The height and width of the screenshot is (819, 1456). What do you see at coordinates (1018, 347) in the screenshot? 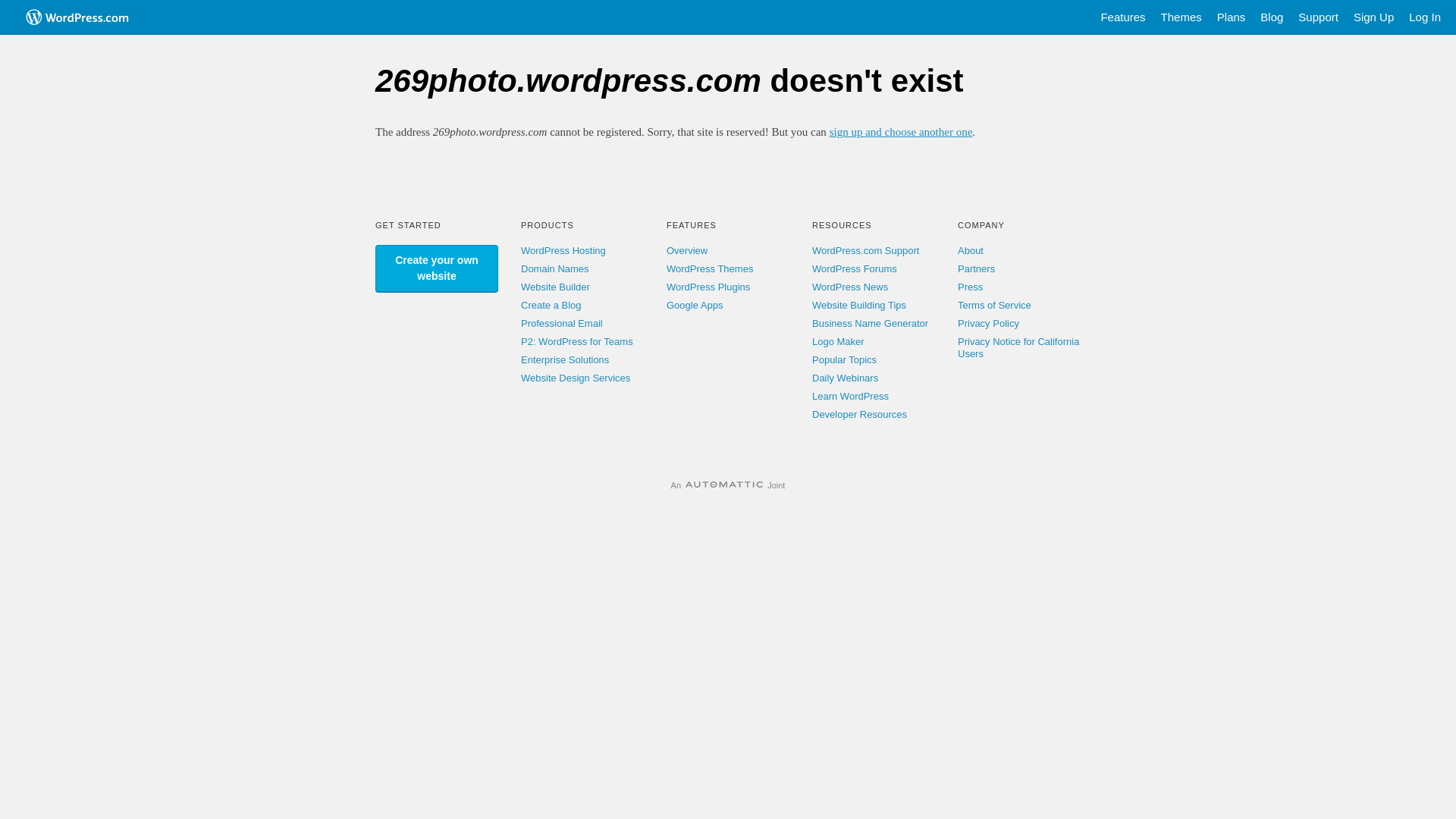
I see `'Privacy Notice for California Users'` at bounding box center [1018, 347].